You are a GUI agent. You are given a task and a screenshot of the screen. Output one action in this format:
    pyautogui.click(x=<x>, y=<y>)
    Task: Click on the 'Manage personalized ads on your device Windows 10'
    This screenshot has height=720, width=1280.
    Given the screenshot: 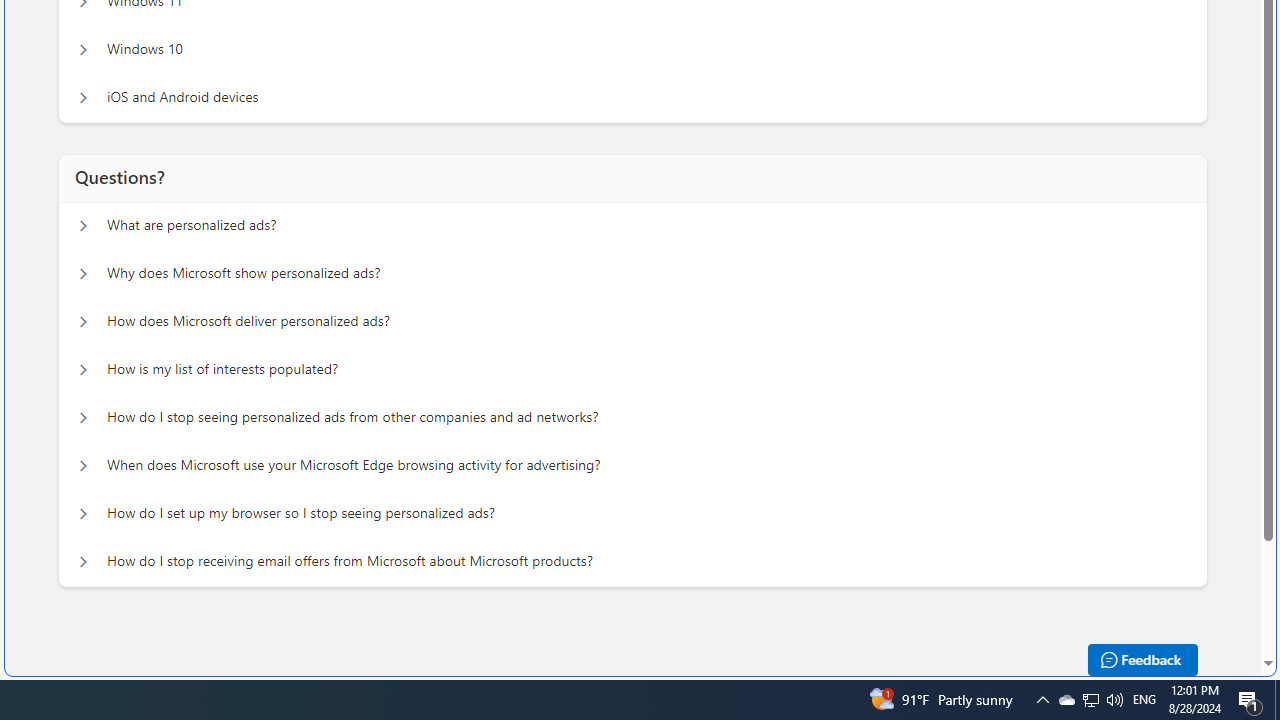 What is the action you would take?
    pyautogui.click(x=82, y=49)
    